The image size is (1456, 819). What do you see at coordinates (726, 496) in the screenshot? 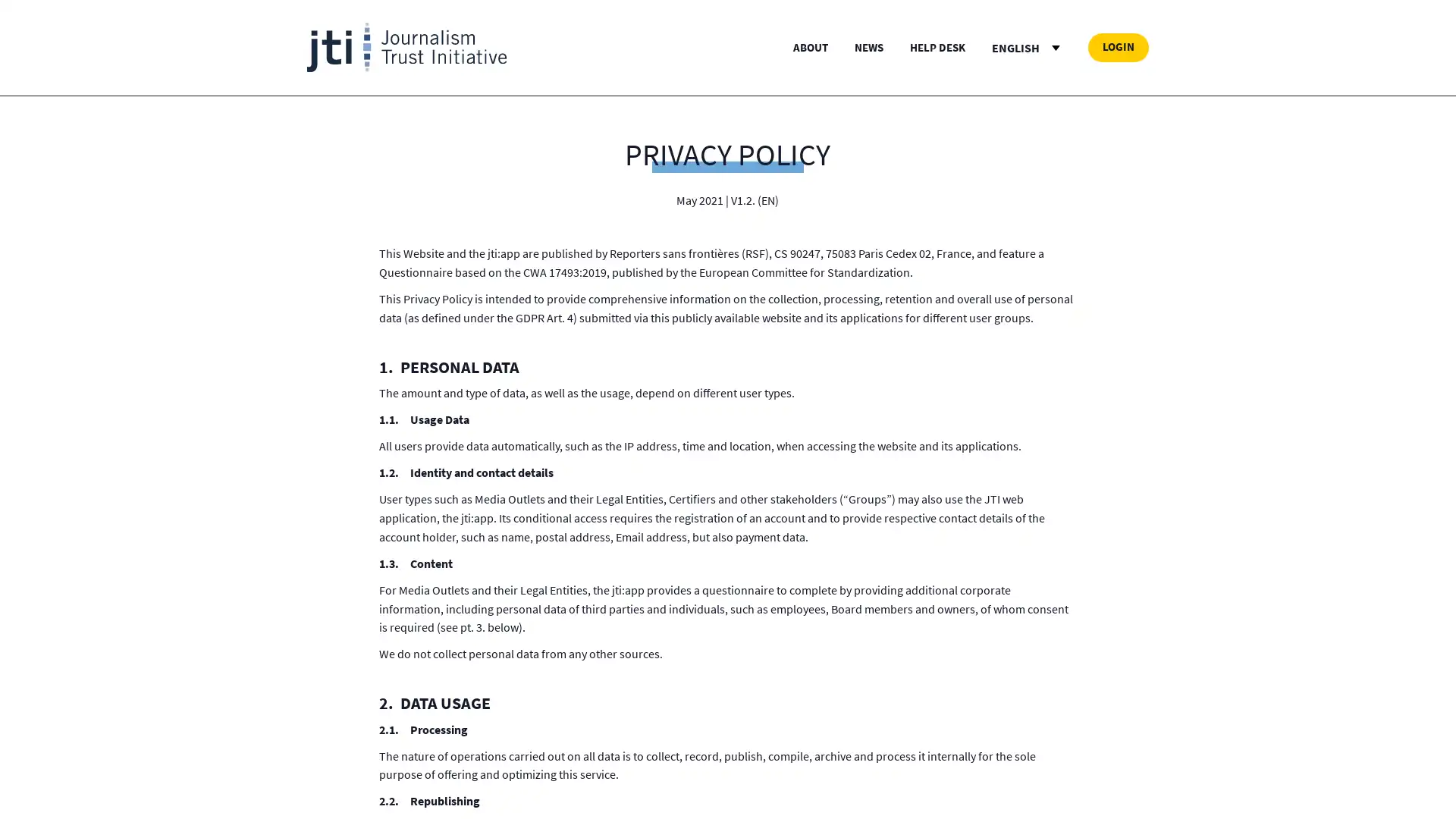
I see `Deny` at bounding box center [726, 496].